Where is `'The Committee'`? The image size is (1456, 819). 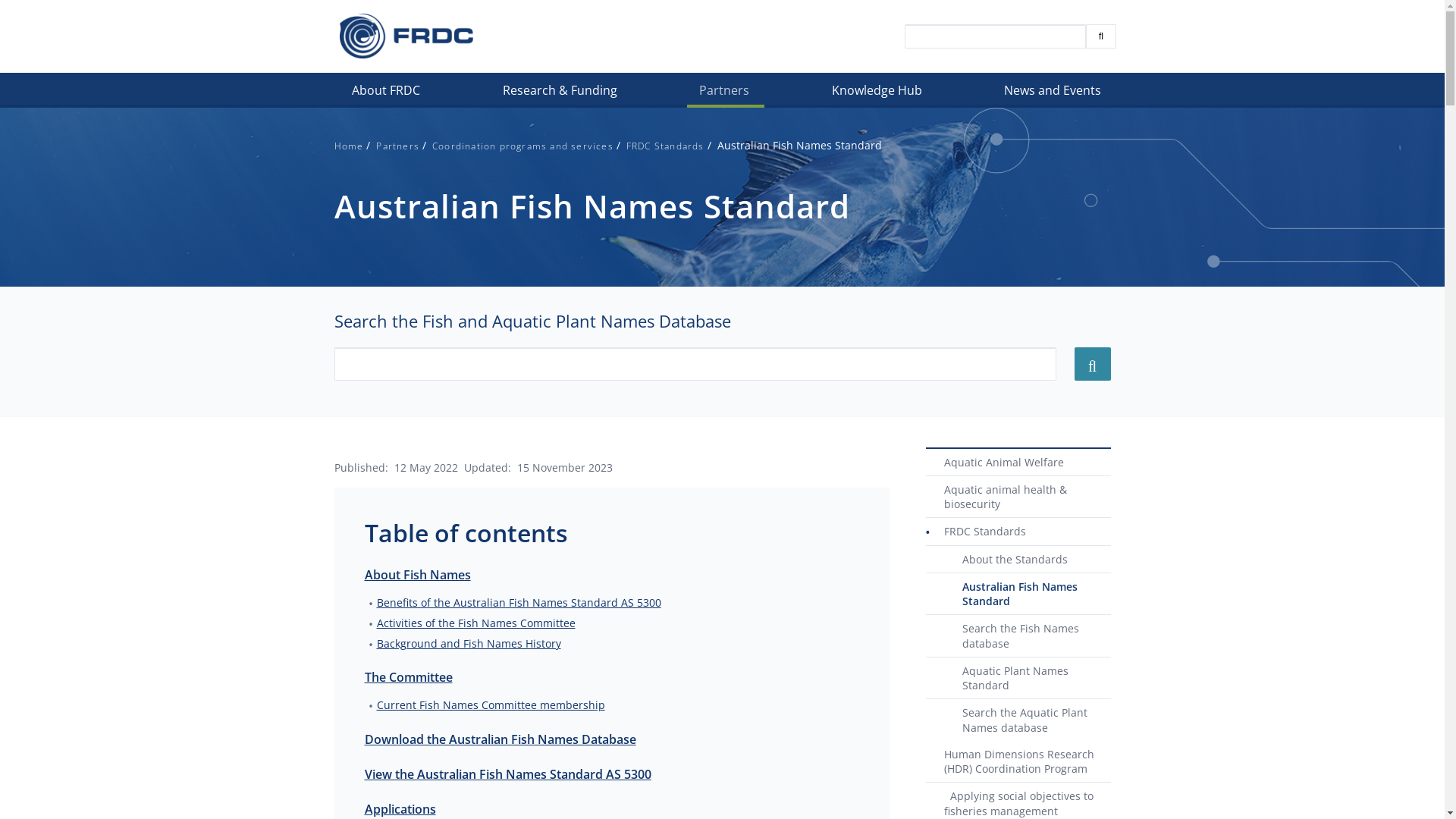 'The Committee' is located at coordinates (407, 676).